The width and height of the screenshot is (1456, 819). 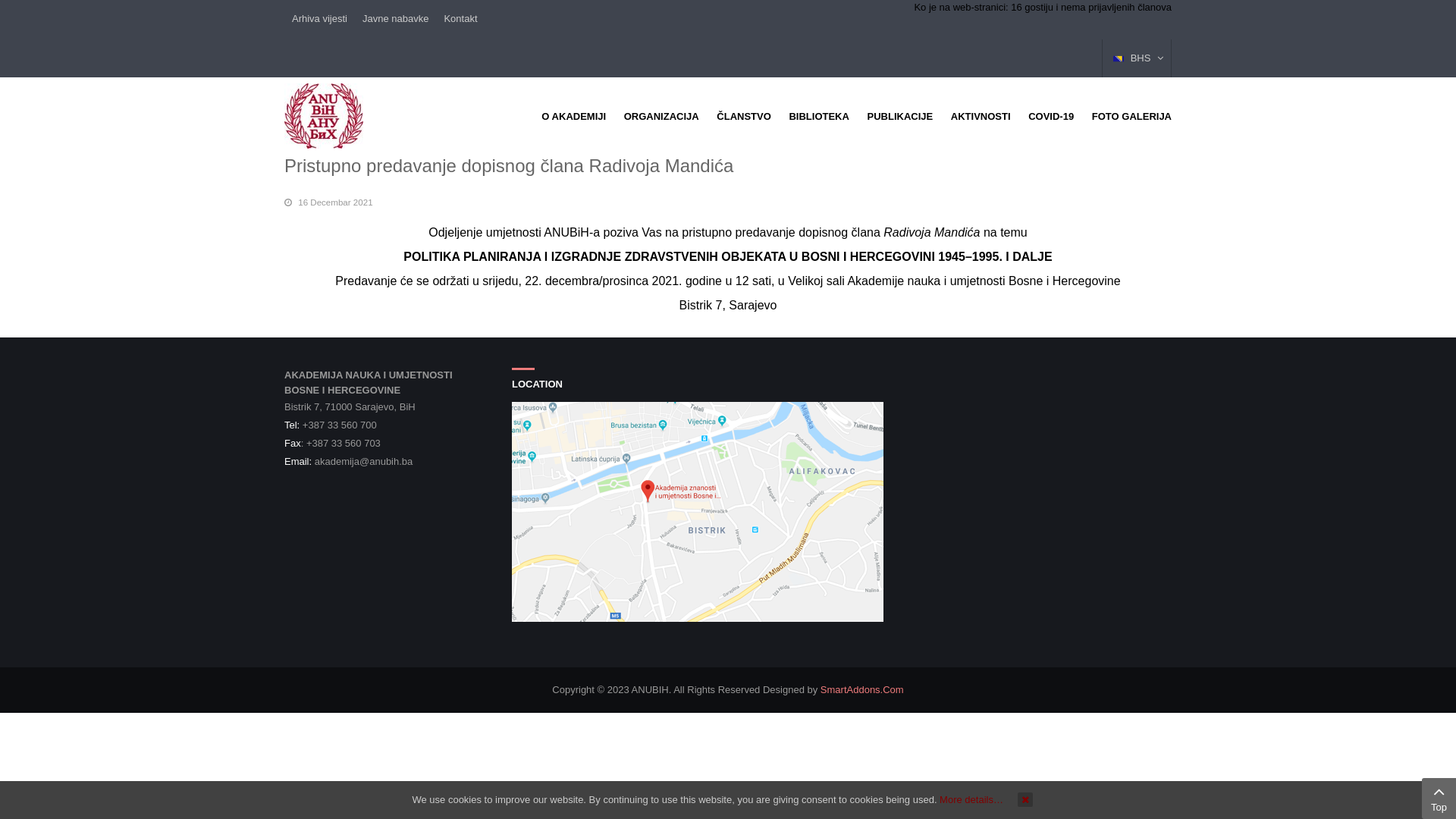 What do you see at coordinates (323, 114) in the screenshot?
I see `'ANUBIH'` at bounding box center [323, 114].